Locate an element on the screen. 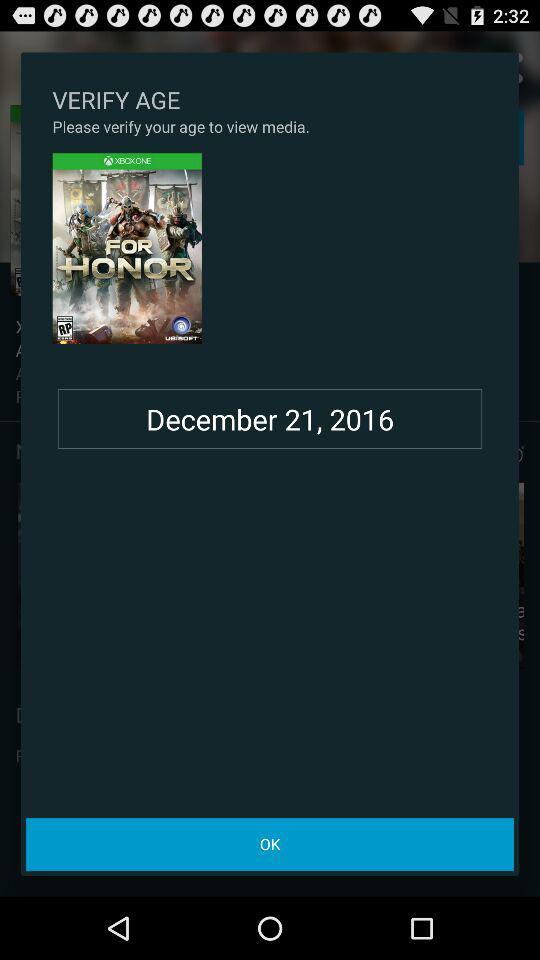 Image resolution: width=540 pixels, height=960 pixels. the december 21, 2016 item is located at coordinates (270, 418).